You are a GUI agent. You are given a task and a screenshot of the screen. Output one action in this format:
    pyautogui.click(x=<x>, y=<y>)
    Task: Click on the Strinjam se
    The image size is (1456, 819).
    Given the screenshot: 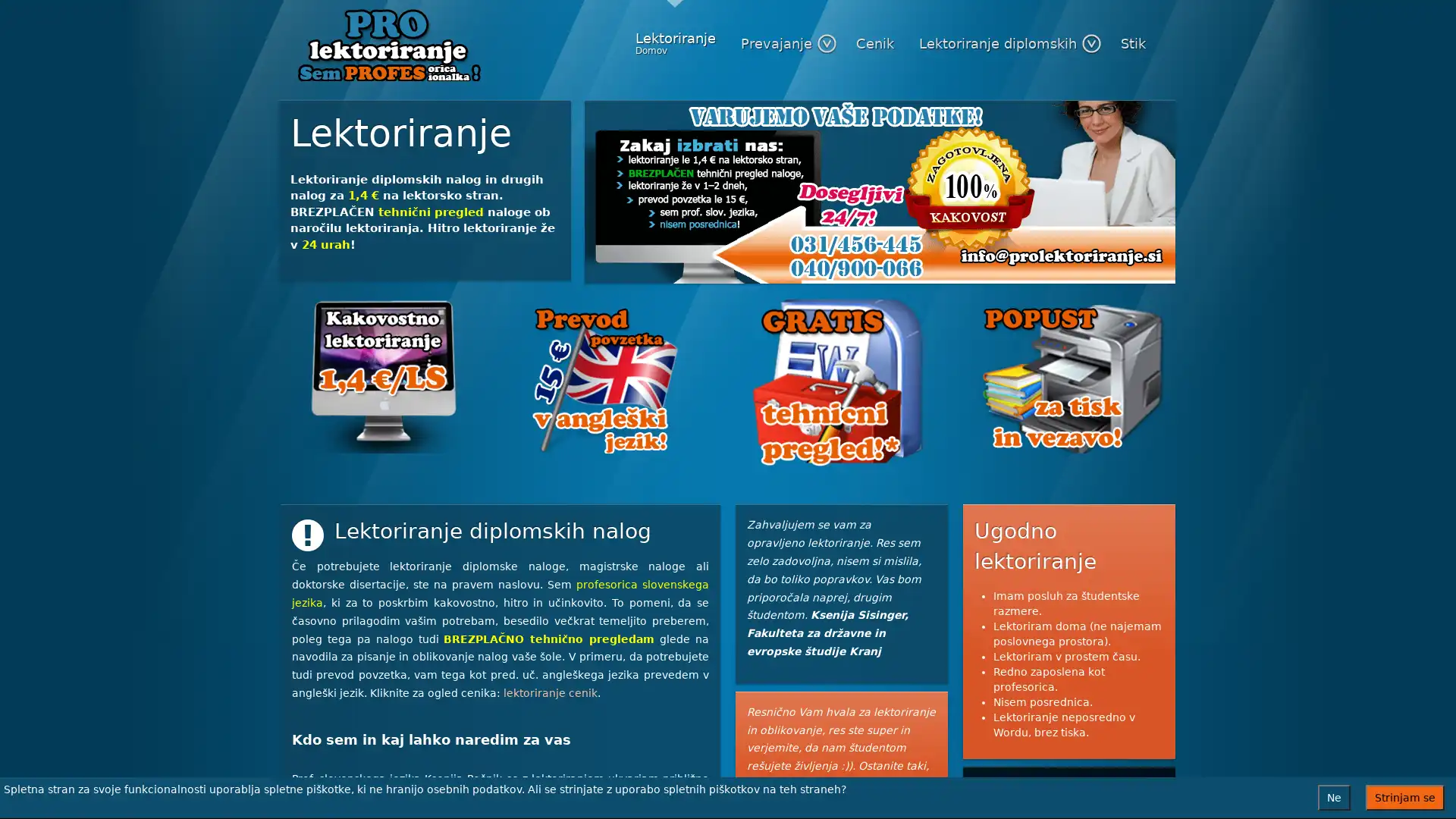 What is the action you would take?
    pyautogui.click(x=1404, y=797)
    